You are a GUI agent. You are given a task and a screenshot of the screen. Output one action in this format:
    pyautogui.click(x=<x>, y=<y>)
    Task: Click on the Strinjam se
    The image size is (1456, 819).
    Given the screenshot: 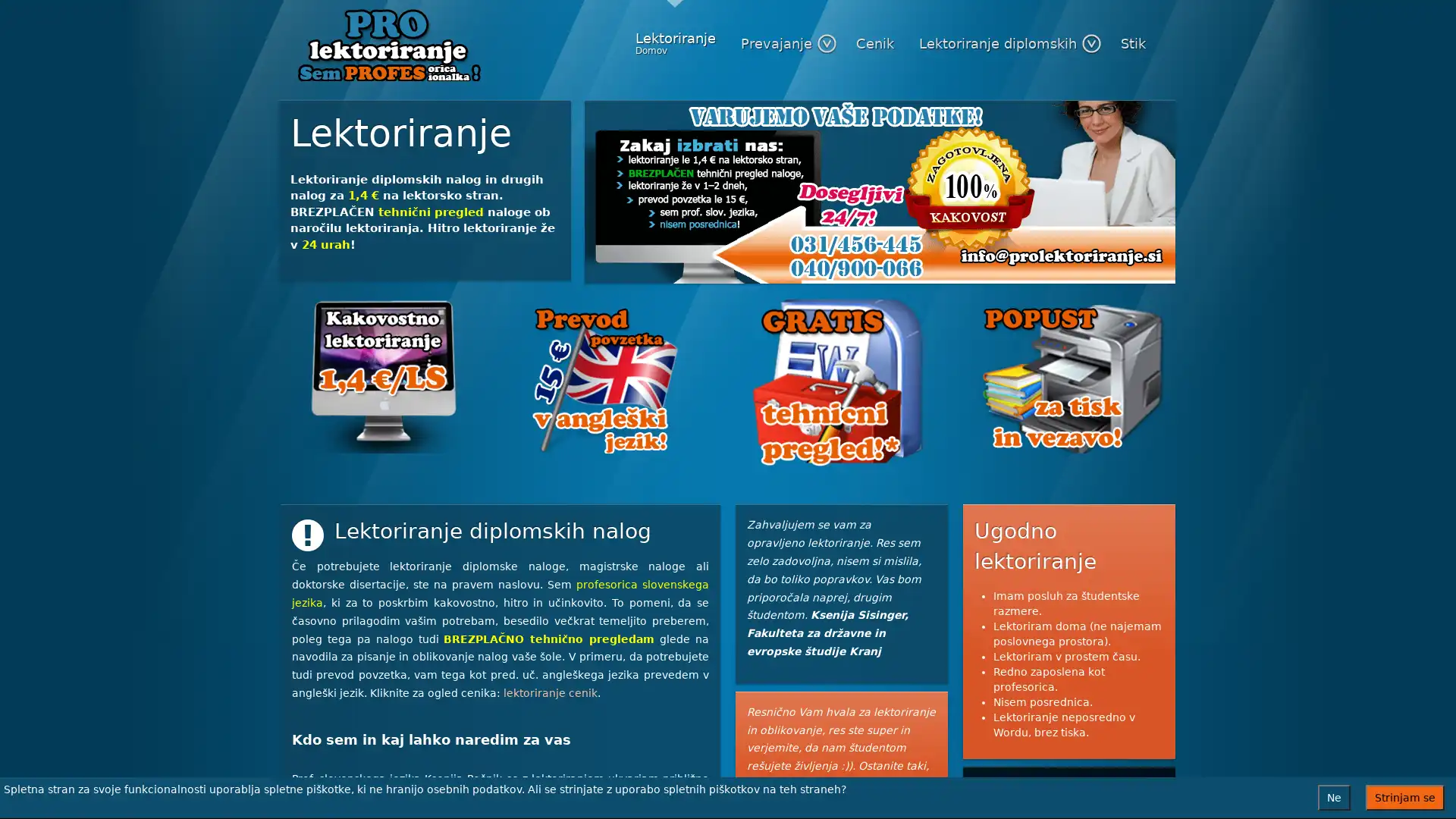 What is the action you would take?
    pyautogui.click(x=1404, y=797)
    